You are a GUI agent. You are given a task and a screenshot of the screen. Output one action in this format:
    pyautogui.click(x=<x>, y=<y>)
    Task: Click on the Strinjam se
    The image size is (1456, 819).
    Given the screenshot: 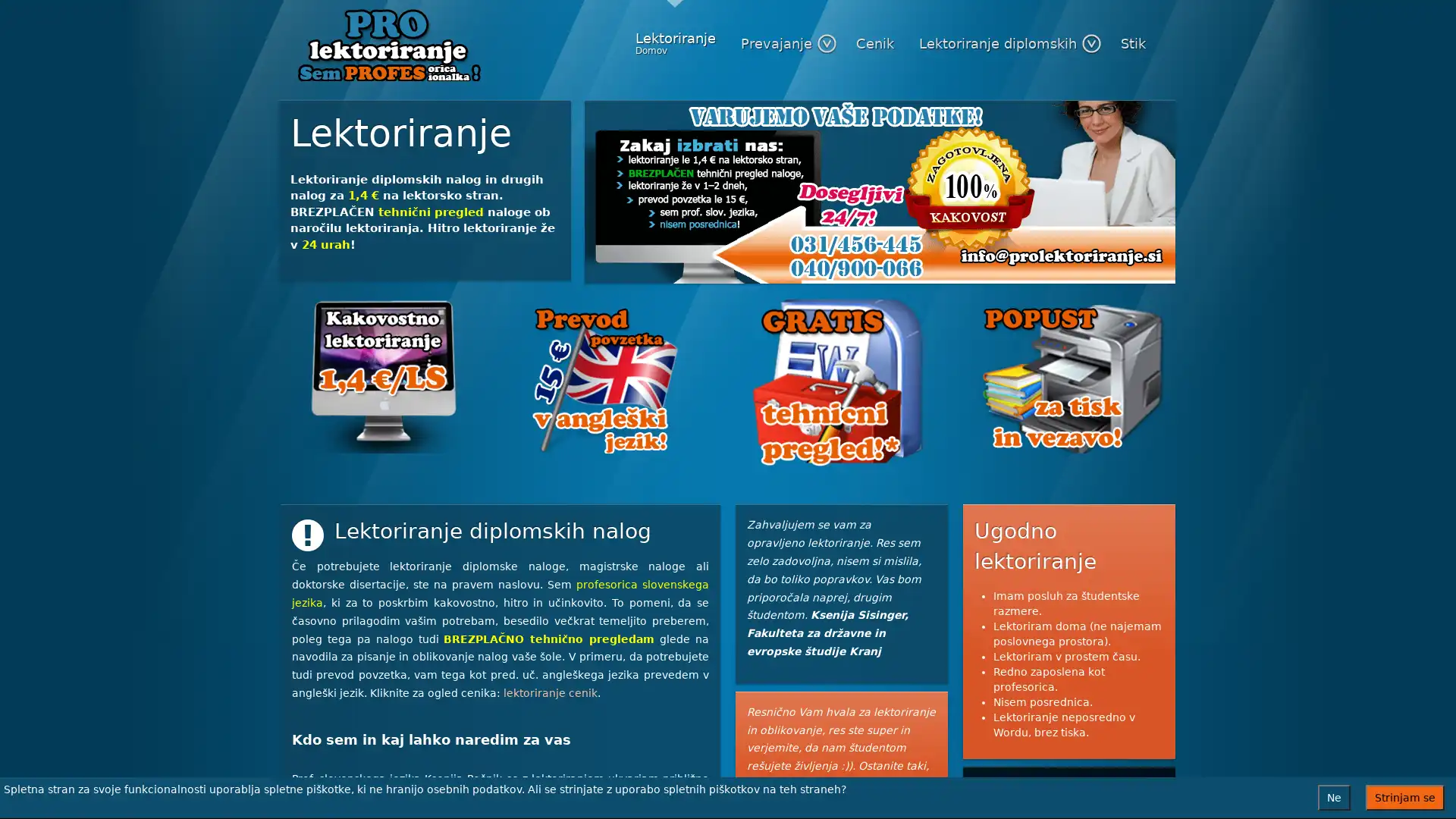 What is the action you would take?
    pyautogui.click(x=1404, y=797)
    